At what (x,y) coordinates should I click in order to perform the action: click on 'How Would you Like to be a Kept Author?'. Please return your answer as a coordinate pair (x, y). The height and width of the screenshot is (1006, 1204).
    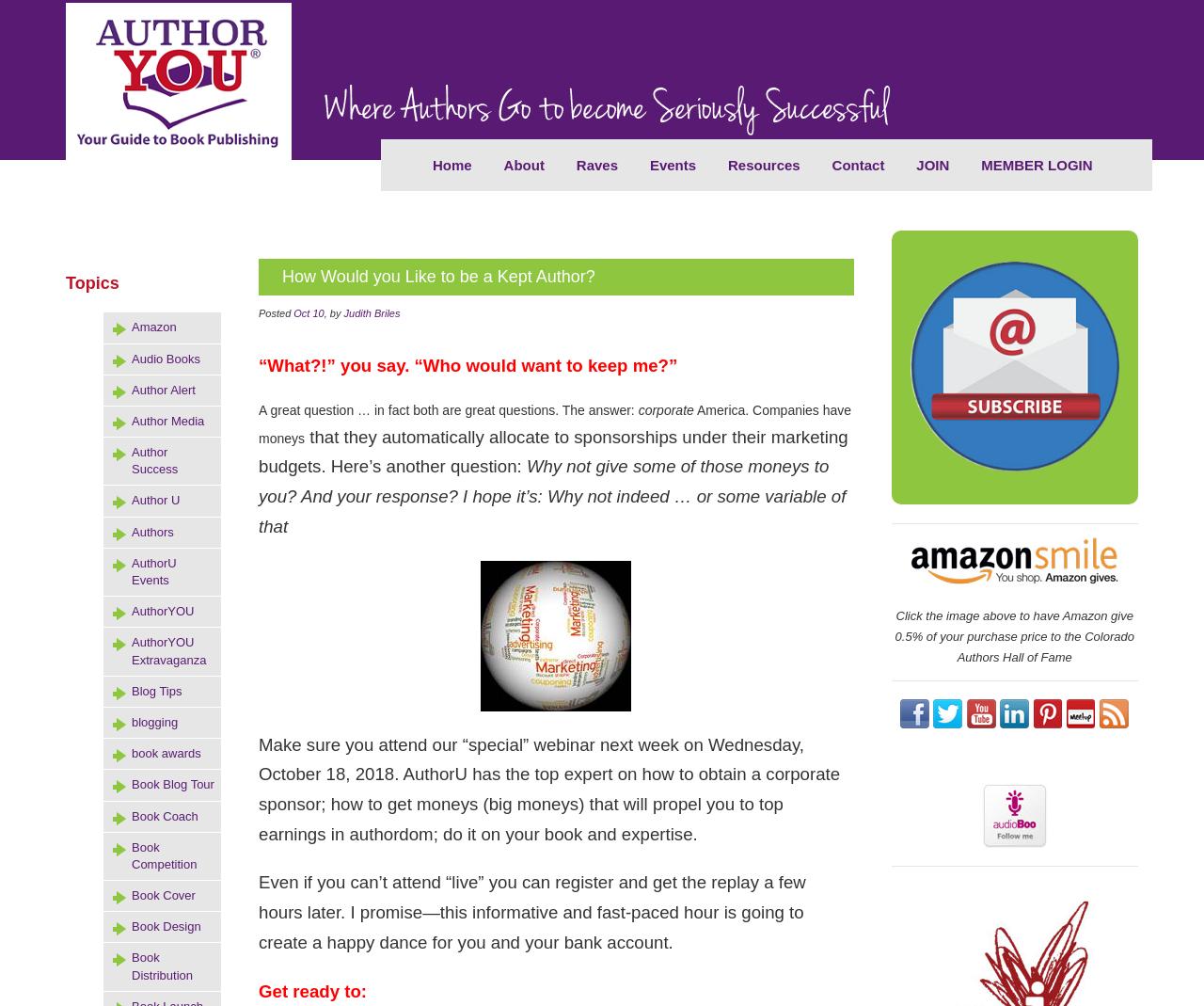
    Looking at the image, I should click on (281, 275).